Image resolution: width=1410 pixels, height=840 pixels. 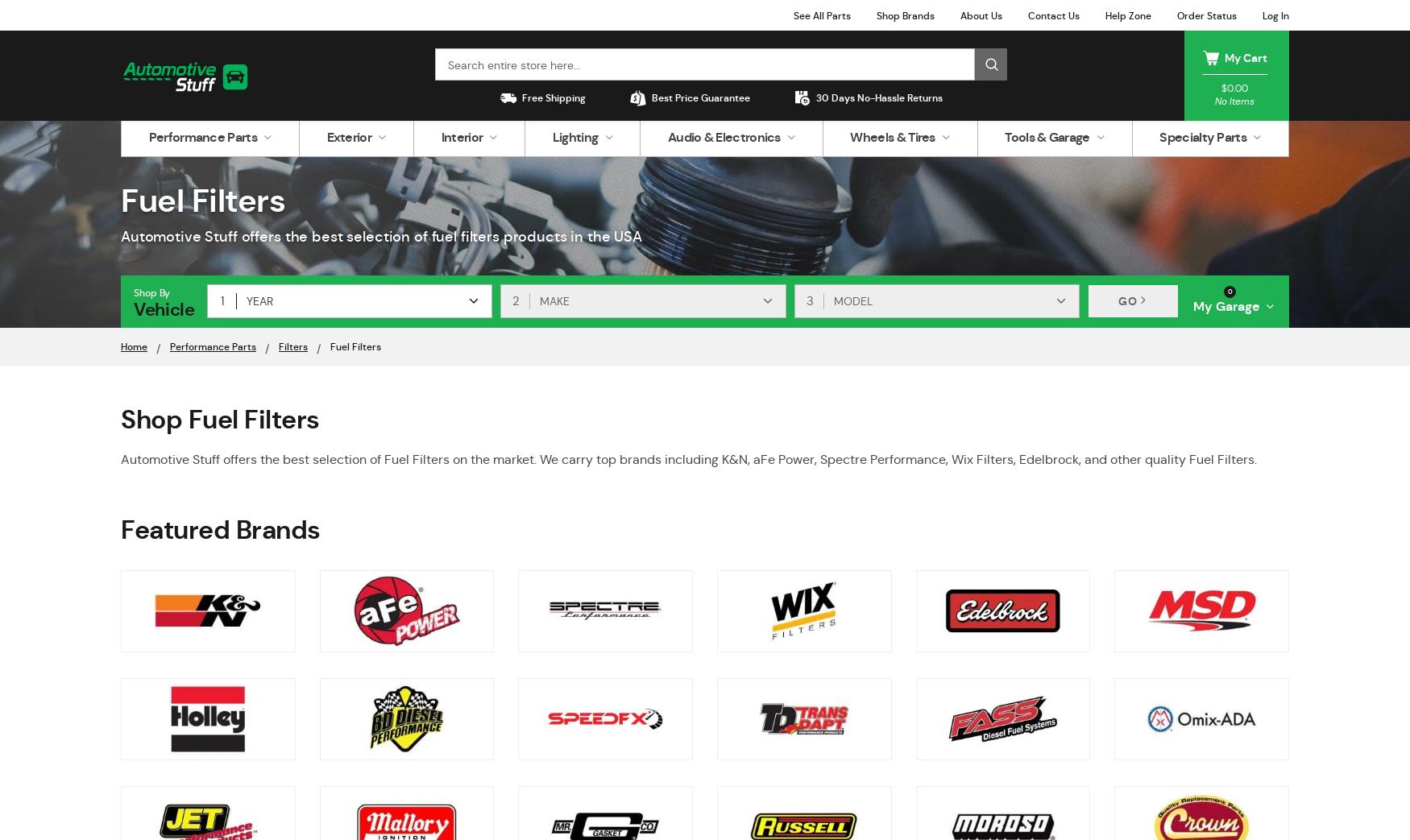 What do you see at coordinates (1245, 56) in the screenshot?
I see `'My Cart'` at bounding box center [1245, 56].